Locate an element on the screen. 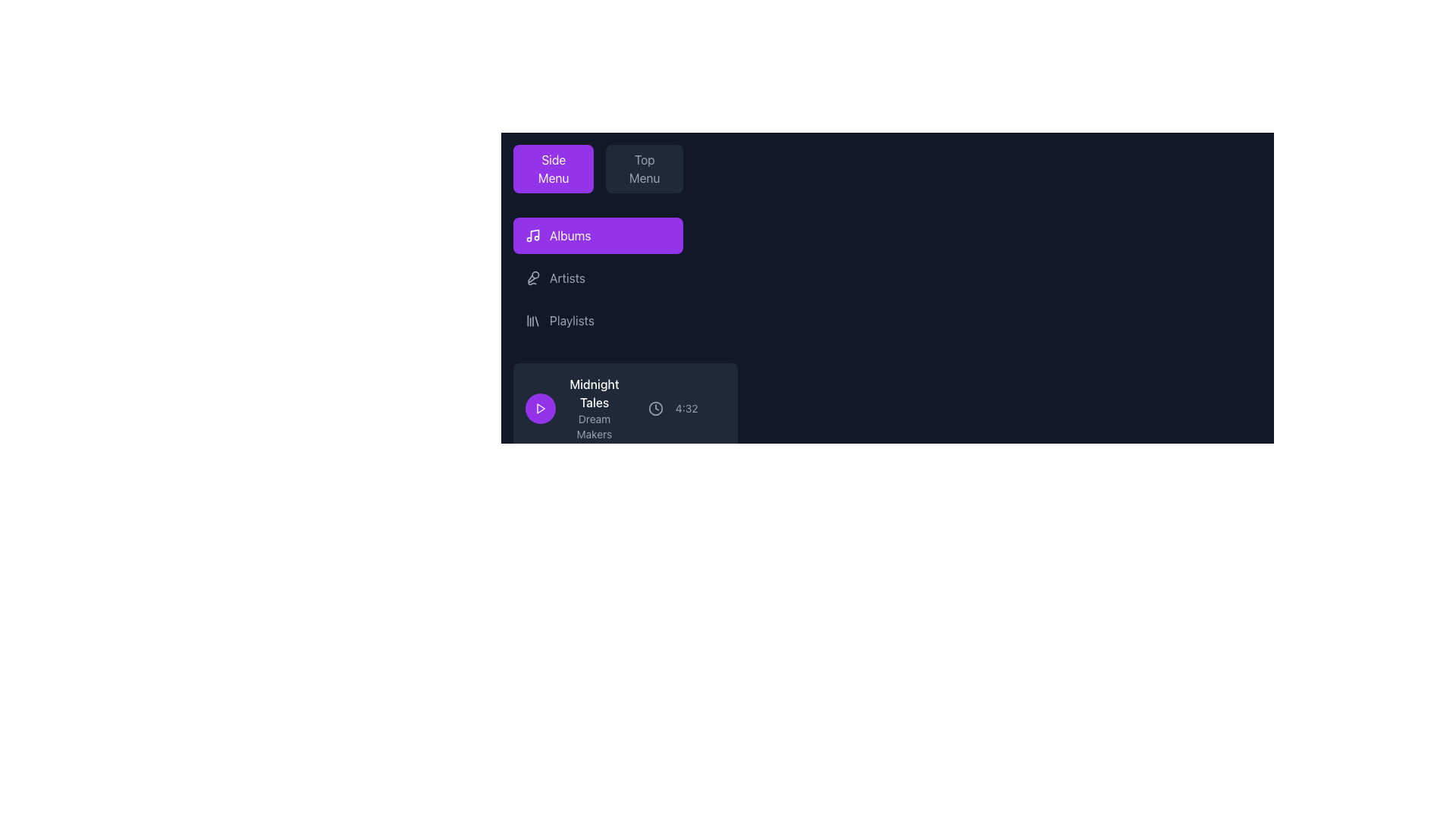 Image resolution: width=1456 pixels, height=819 pixels. the first navigation button on the left is located at coordinates (553, 169).